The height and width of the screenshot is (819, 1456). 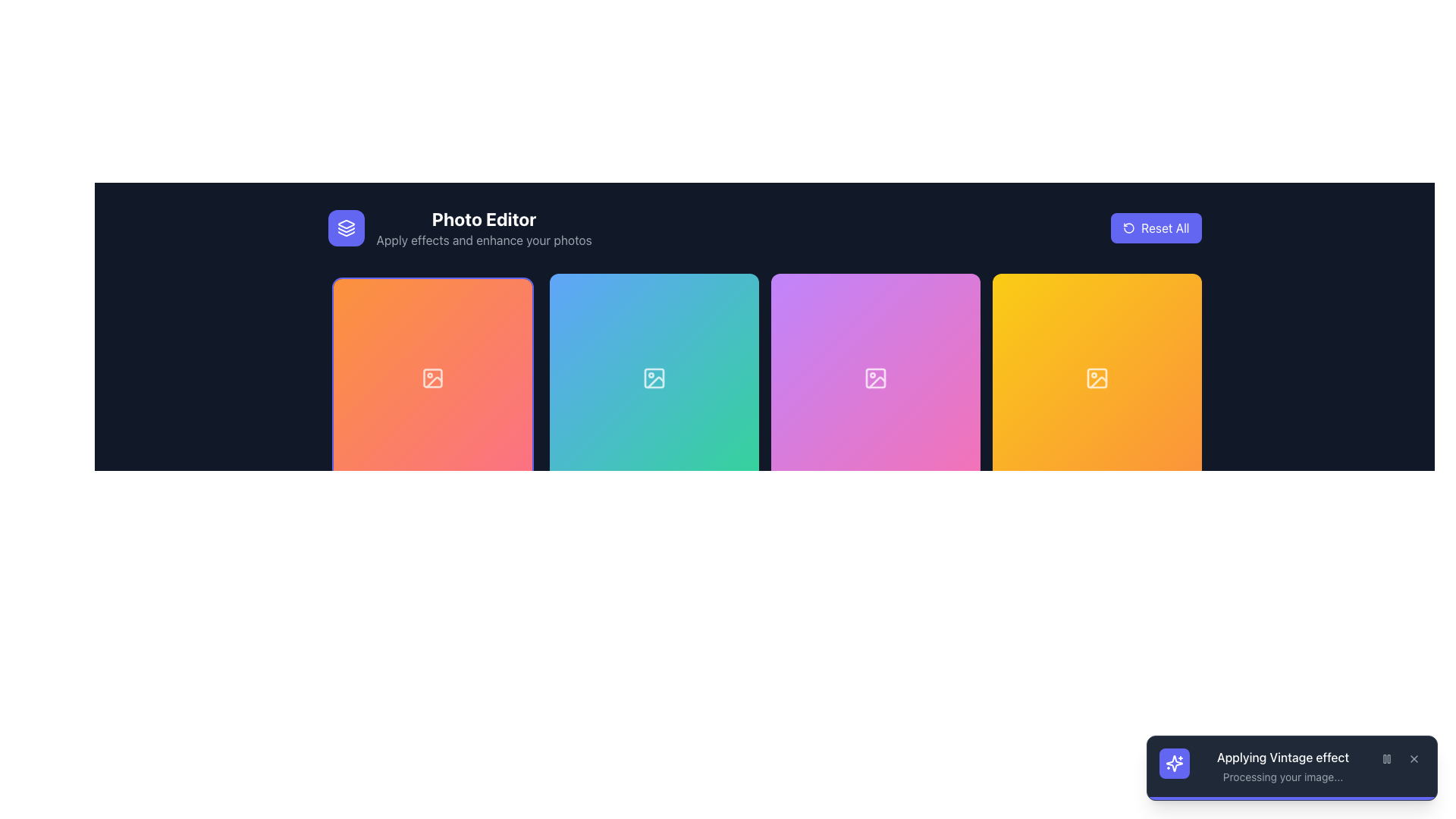 I want to click on the SVG rectangle with rounded corners that serves as a visual placeholder component within the image icon, located in the fourth column of a grid of colorful boxes, so click(x=1097, y=377).